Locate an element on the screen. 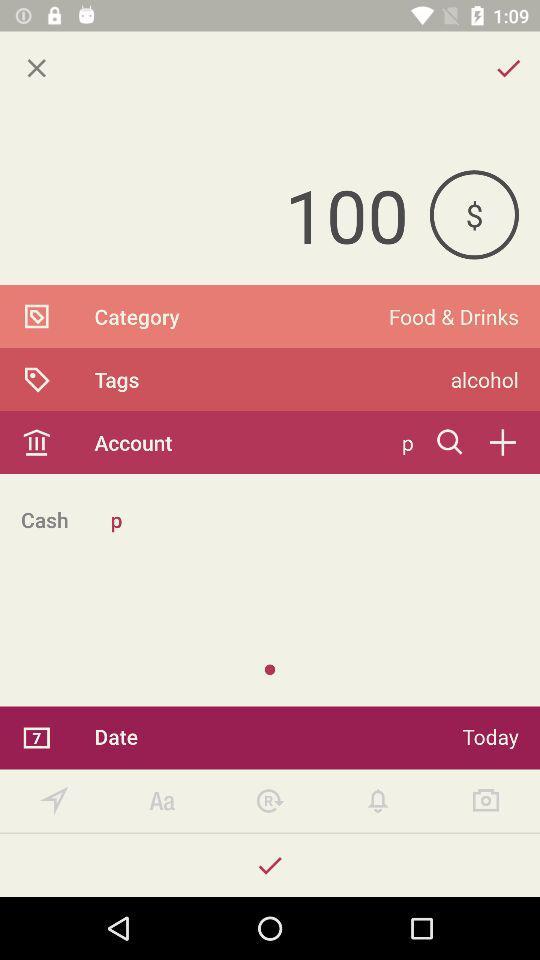 This screenshot has height=960, width=540. take picture is located at coordinates (485, 801).